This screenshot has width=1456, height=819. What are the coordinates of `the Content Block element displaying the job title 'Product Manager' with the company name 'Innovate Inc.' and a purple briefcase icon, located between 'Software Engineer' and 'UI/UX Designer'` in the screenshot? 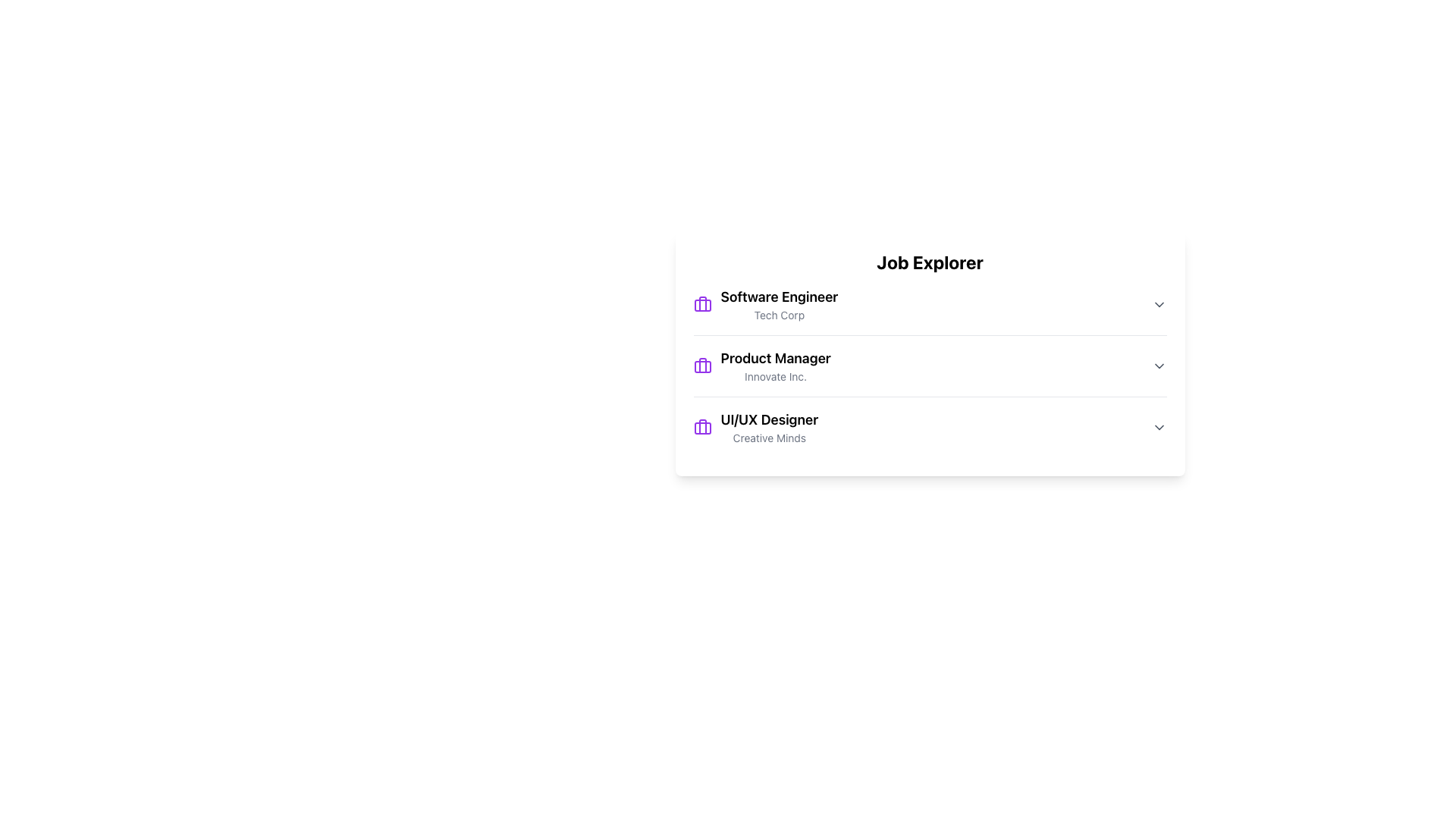 It's located at (762, 366).